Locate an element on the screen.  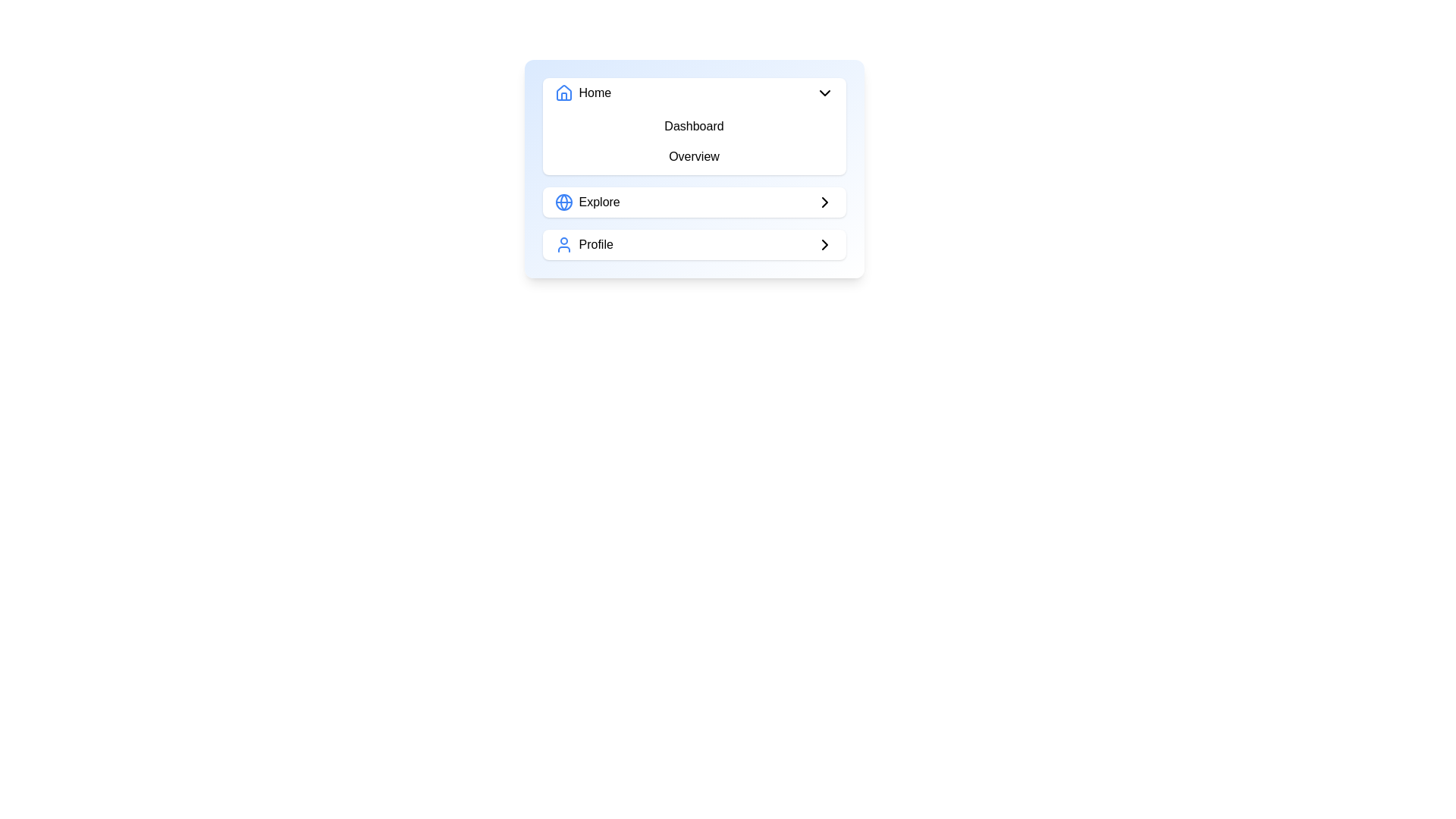
the small, downward-pointing black chevron icon located on the far right side of the 'Home' menu item is located at coordinates (824, 93).